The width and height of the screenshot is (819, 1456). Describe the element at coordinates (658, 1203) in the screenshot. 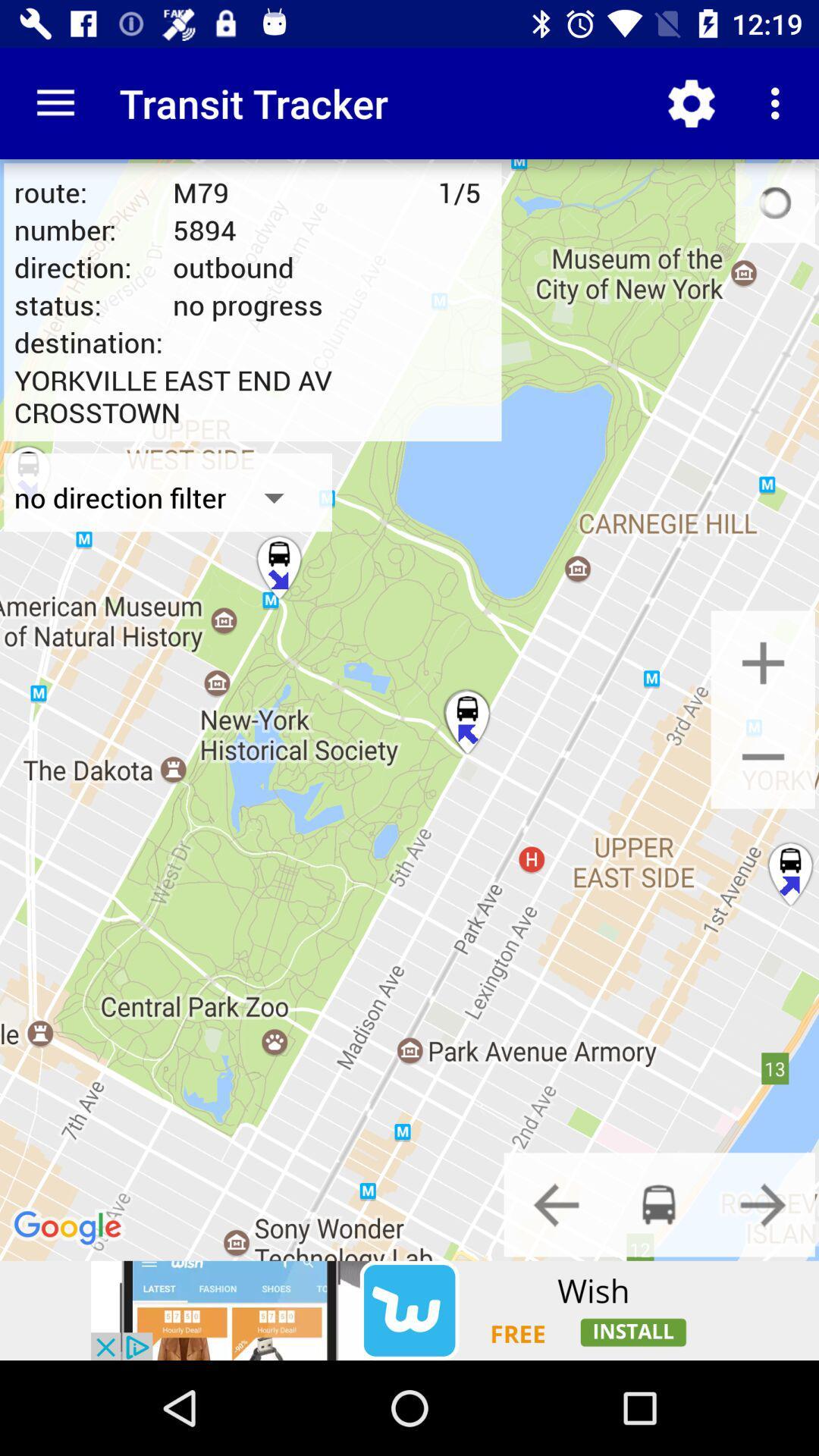

I see `mode of transport` at that location.